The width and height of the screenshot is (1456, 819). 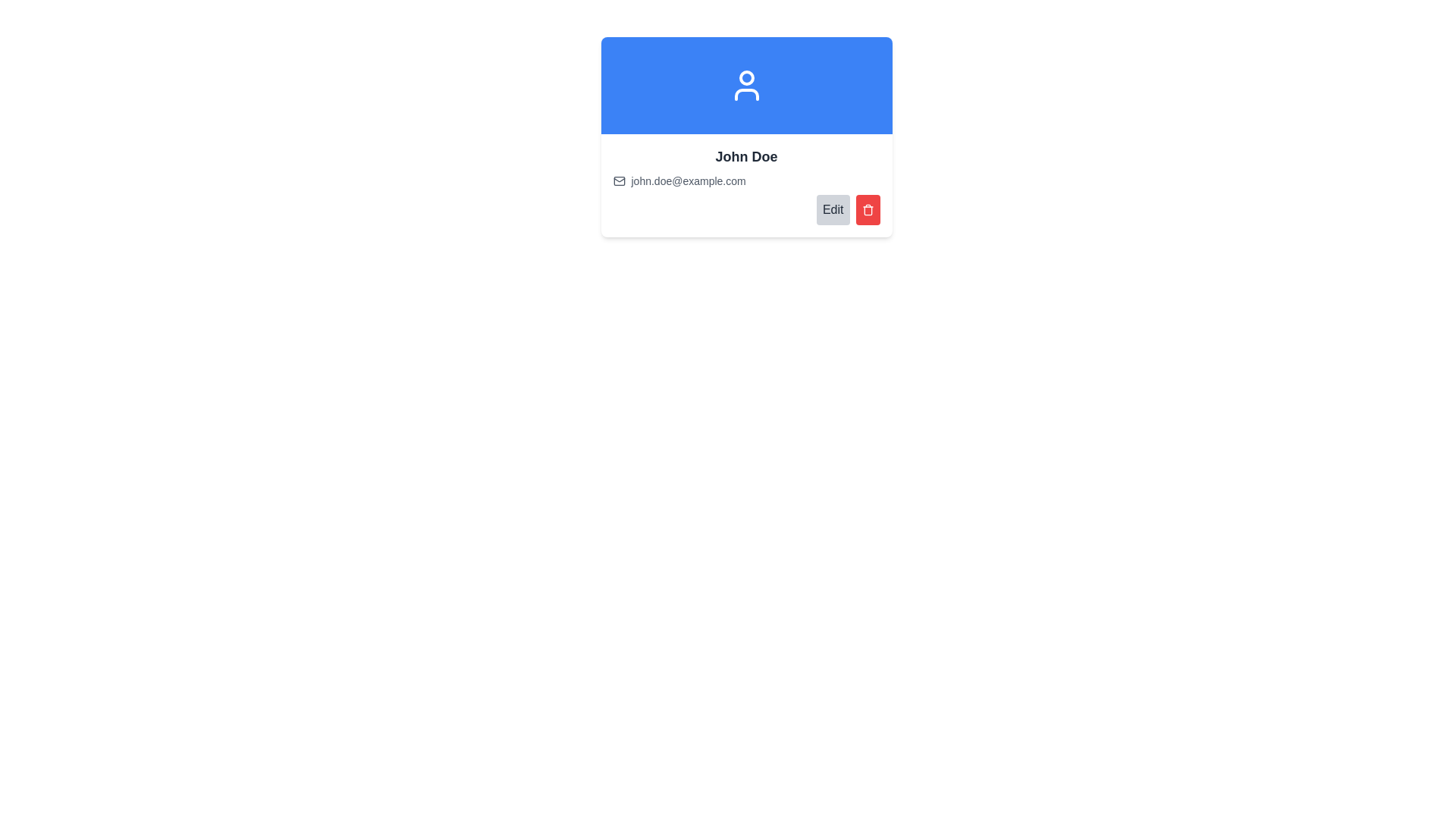 I want to click on the rectangular box area of the trash can icon, which is part of the SVG component located in the bottom right corner of the user card interface, so click(x=868, y=211).